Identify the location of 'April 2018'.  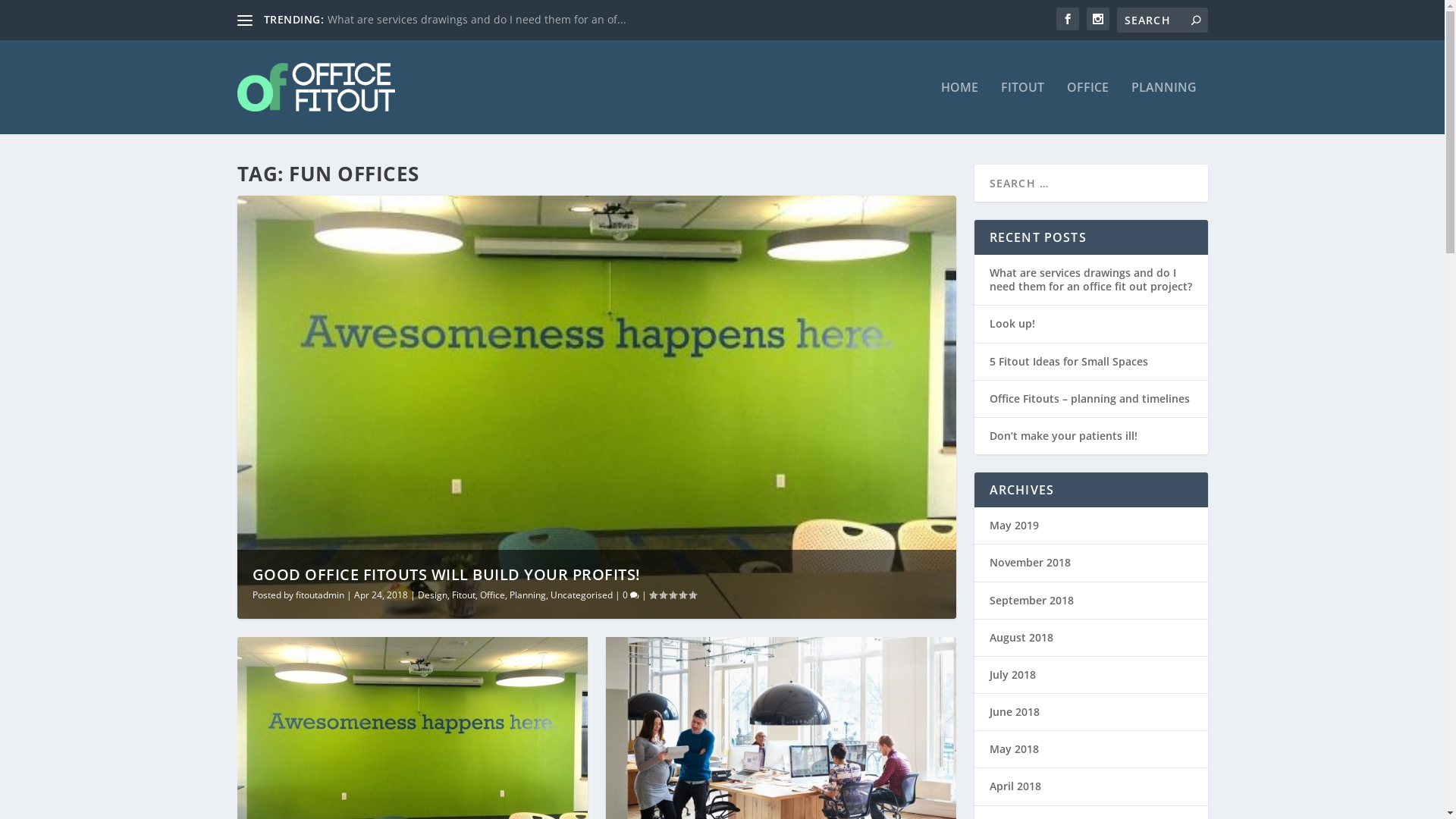
(989, 785).